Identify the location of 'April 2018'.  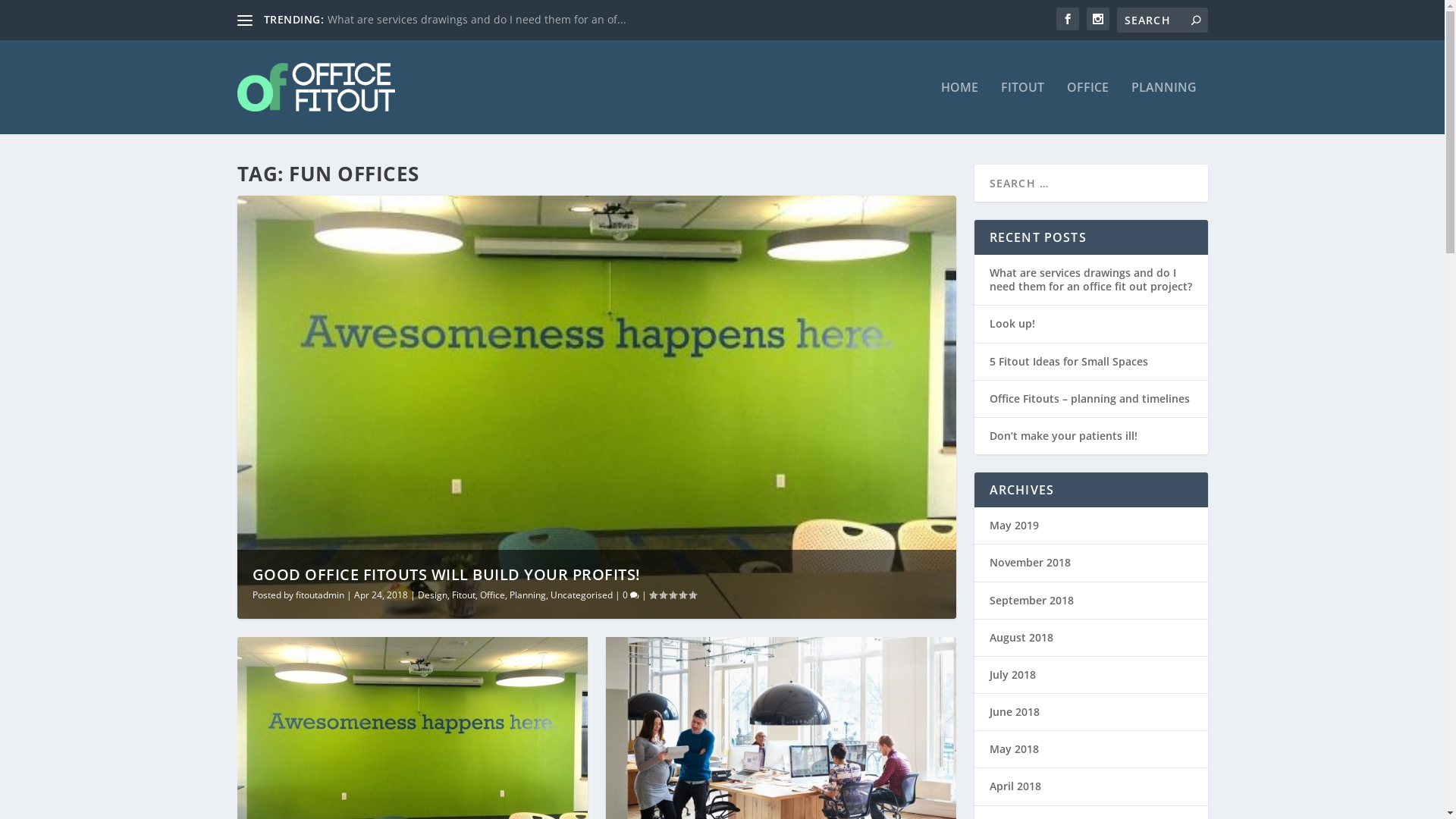
(989, 785).